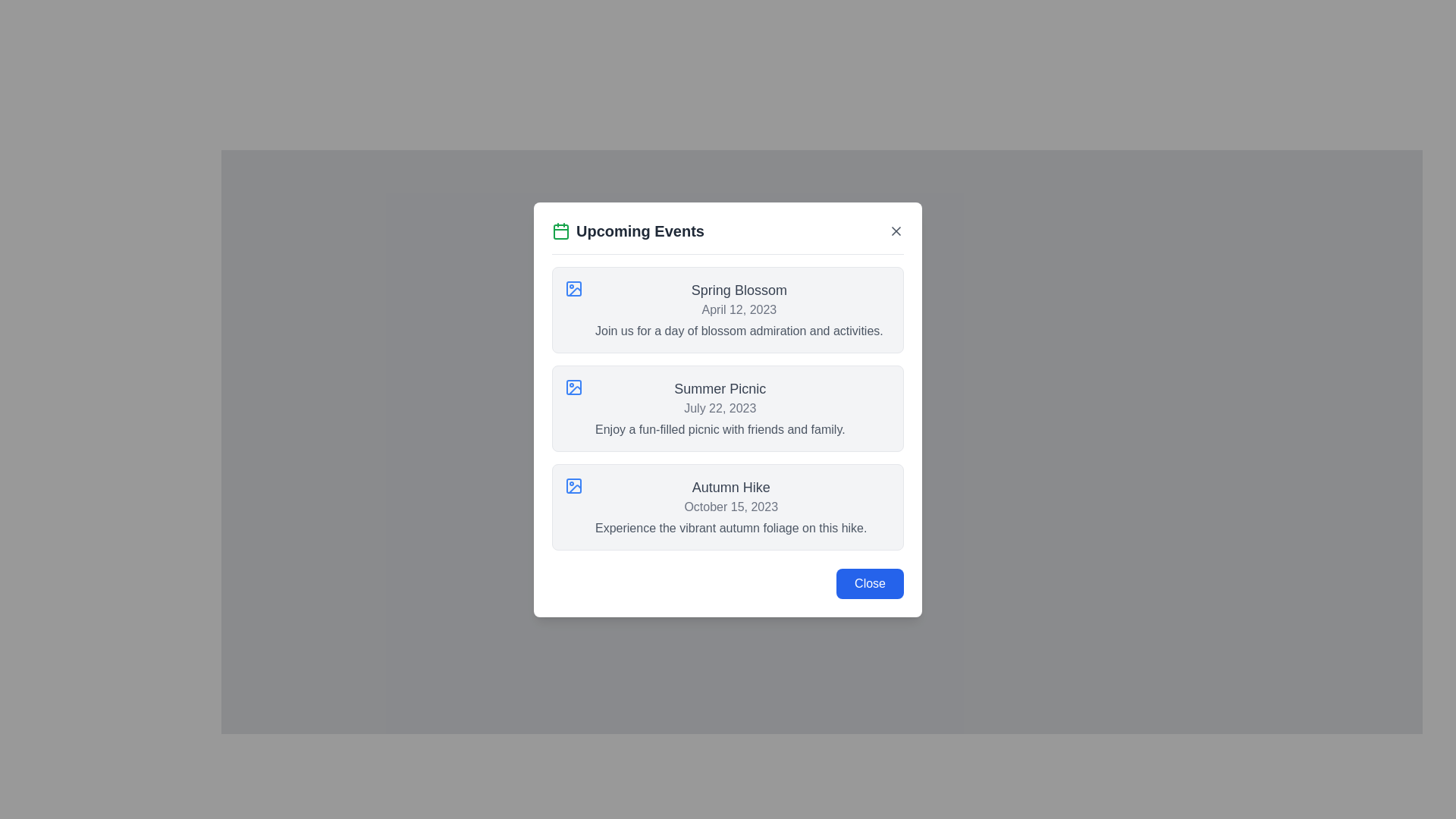 This screenshot has width=1456, height=819. I want to click on the informational card titled 'Autumn Hike', so click(728, 506).